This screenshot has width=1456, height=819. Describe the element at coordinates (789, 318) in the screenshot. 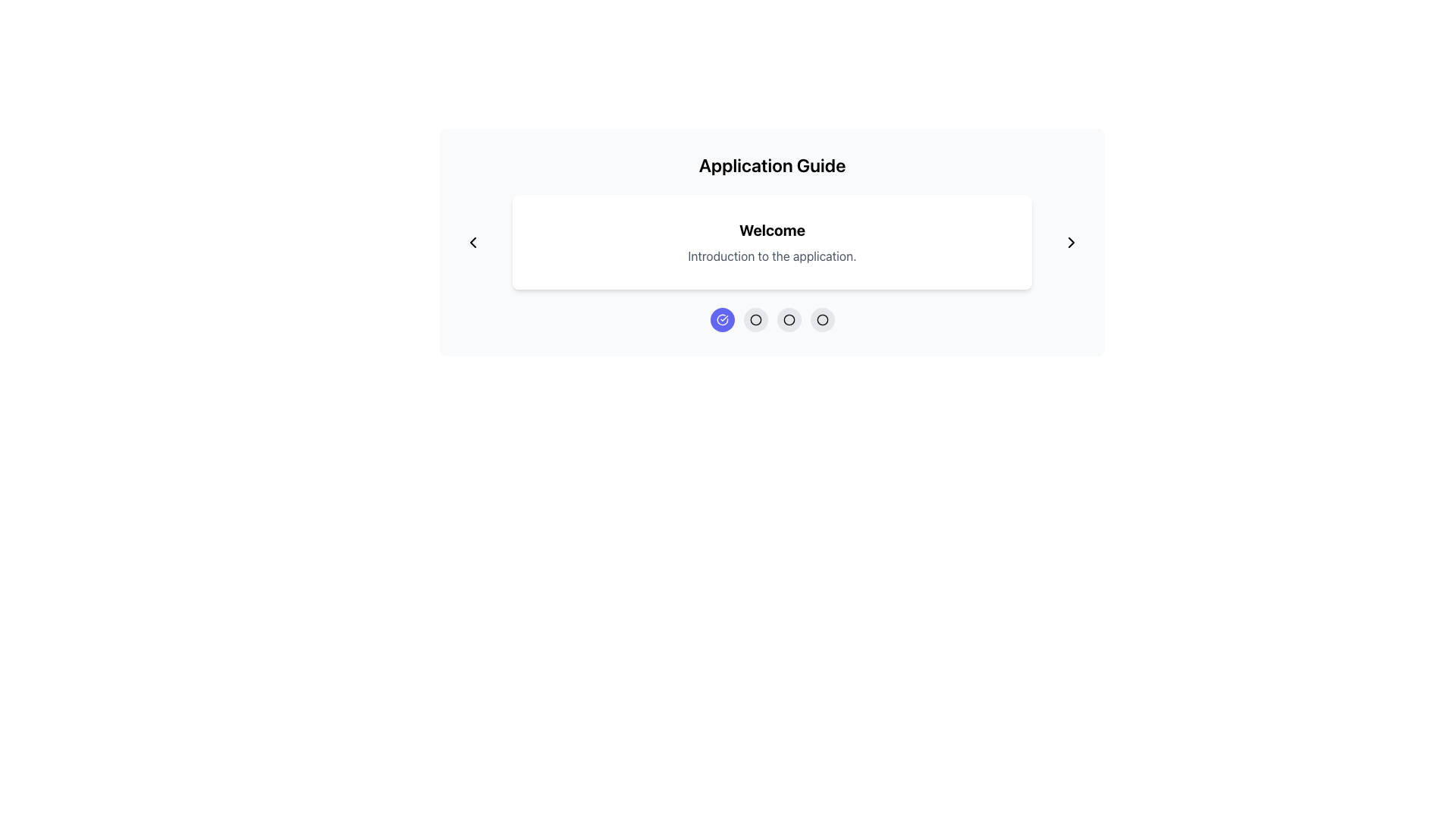

I see `the third circular button with a gray background and a black border below the 'Application Guide' heading` at that location.